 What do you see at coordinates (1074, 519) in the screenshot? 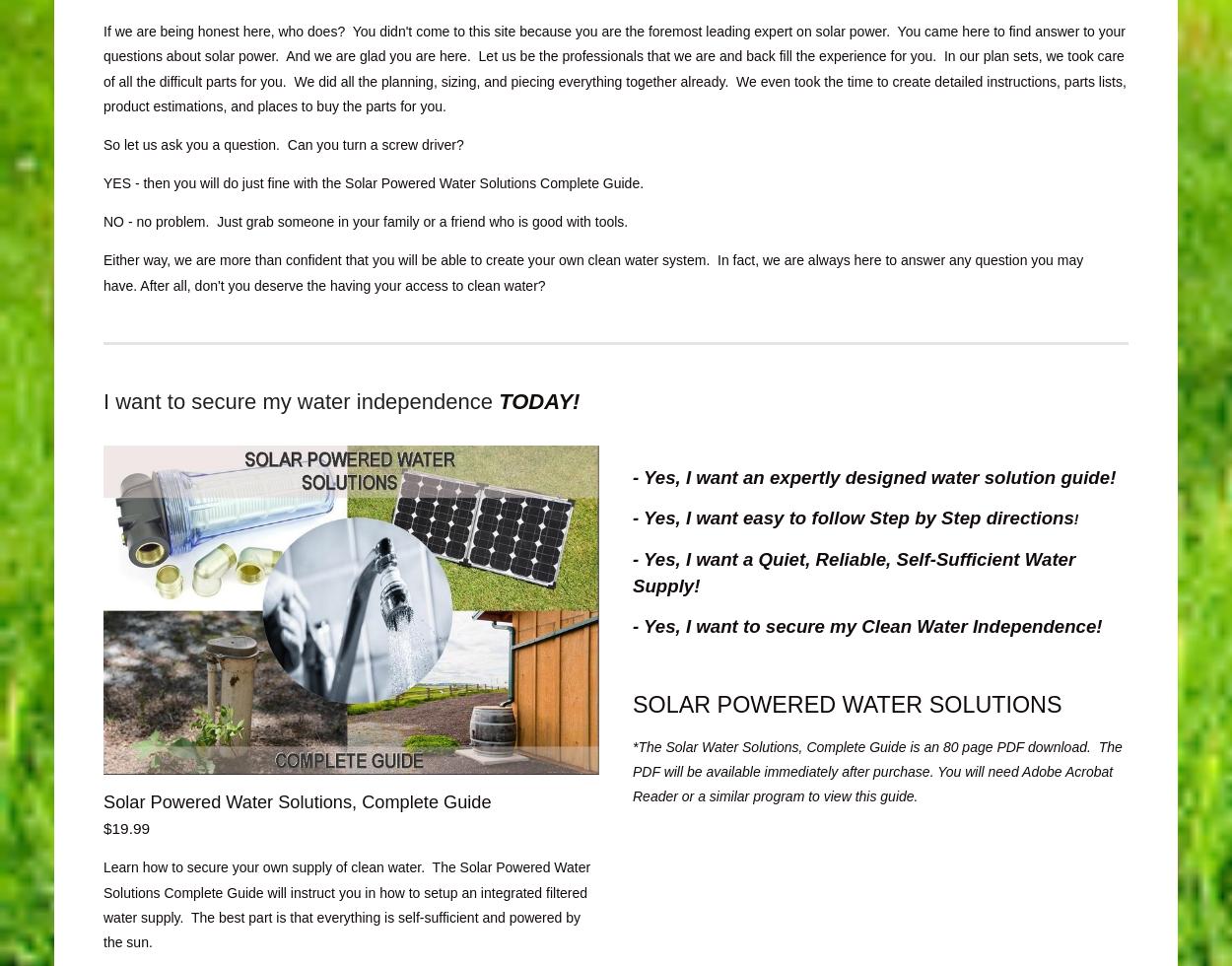
I see `'!'` at bounding box center [1074, 519].